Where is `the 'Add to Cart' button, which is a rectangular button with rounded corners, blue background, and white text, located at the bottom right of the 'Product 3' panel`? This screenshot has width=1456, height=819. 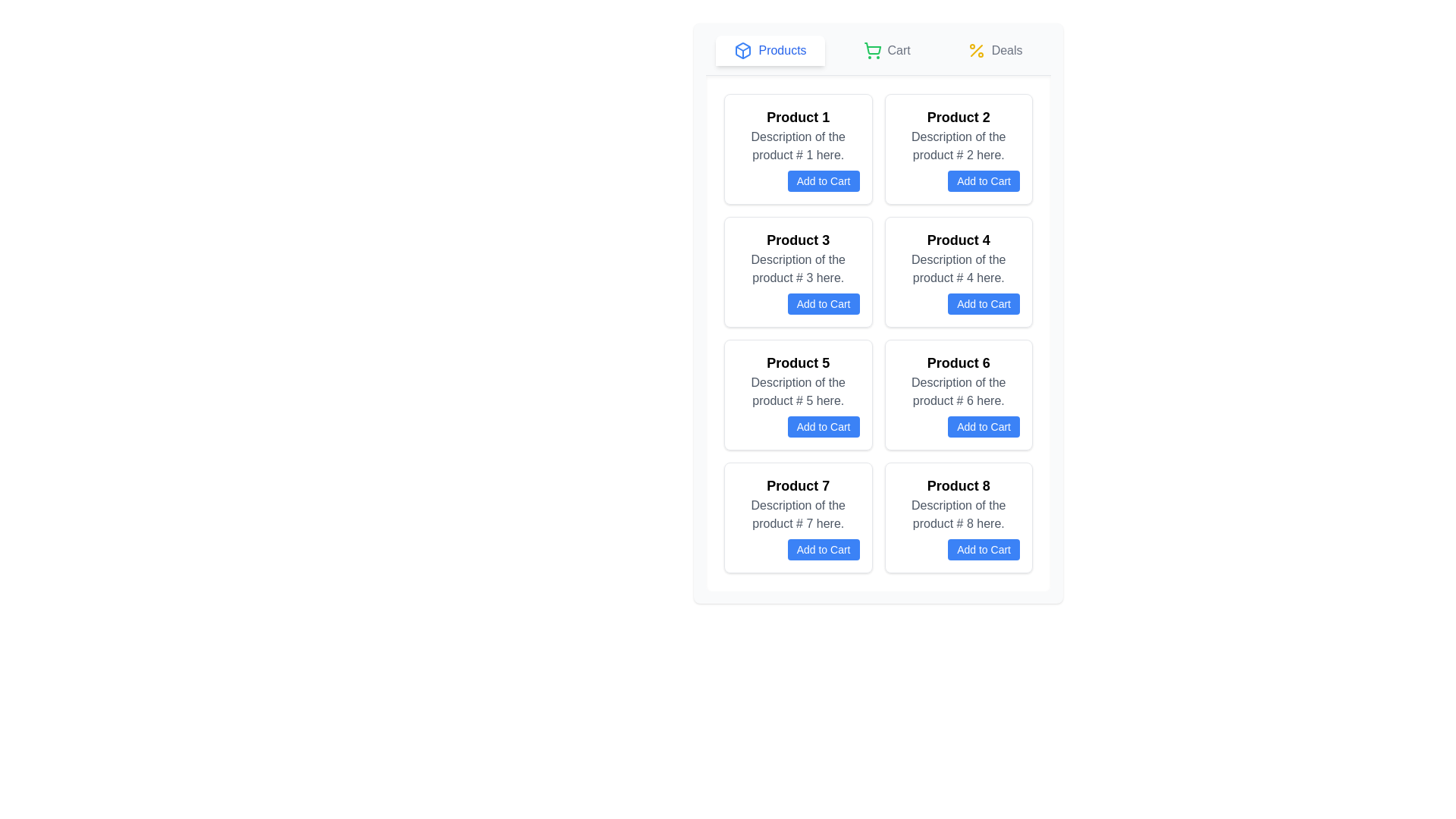
the 'Add to Cart' button, which is a rectangular button with rounded corners, blue background, and white text, located at the bottom right of the 'Product 3' panel is located at coordinates (797, 304).